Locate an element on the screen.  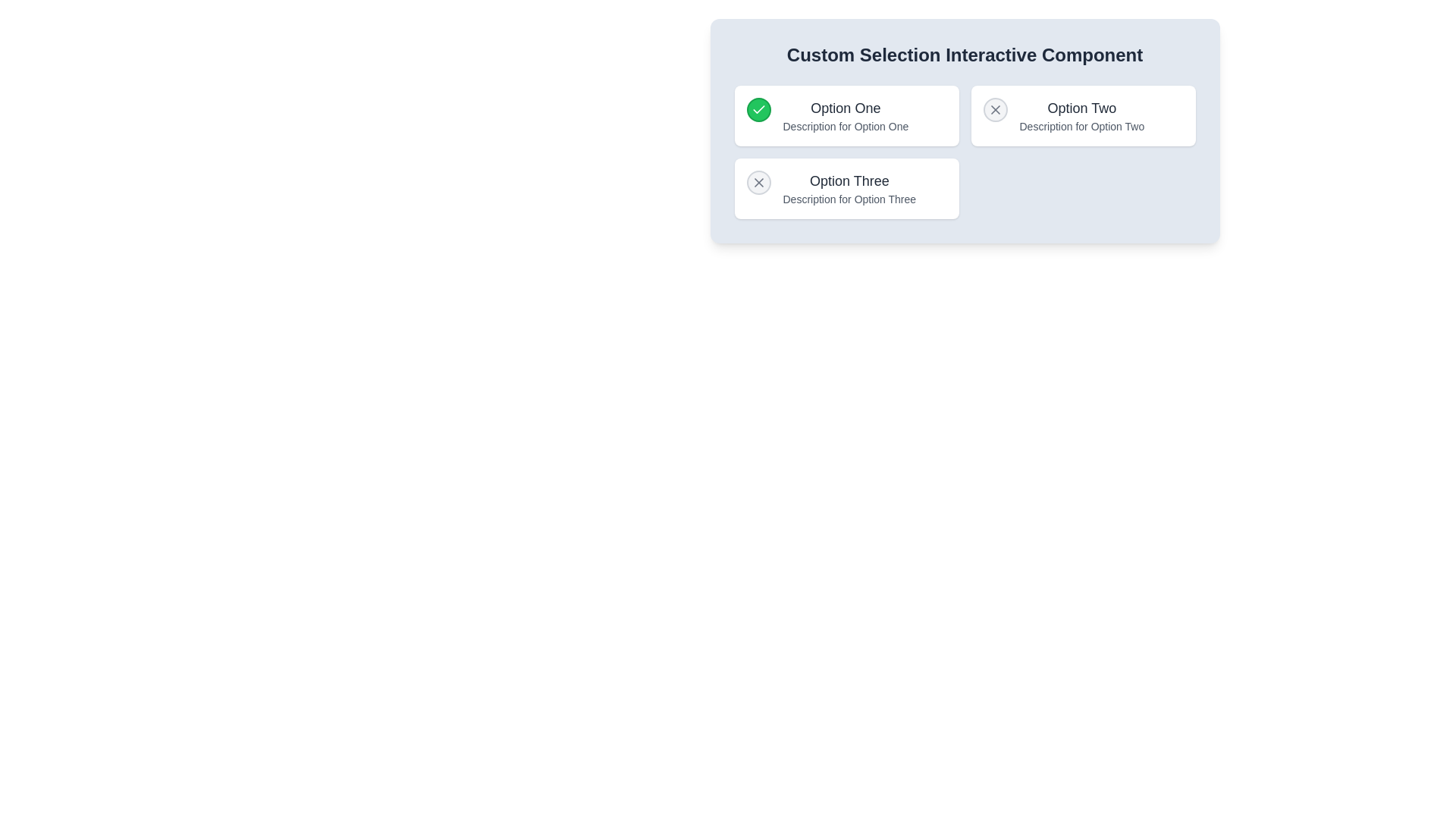
the circular button with an 'X' icon located in the top-left corner of the 'Option Three' box for accessibility interaction is located at coordinates (758, 181).